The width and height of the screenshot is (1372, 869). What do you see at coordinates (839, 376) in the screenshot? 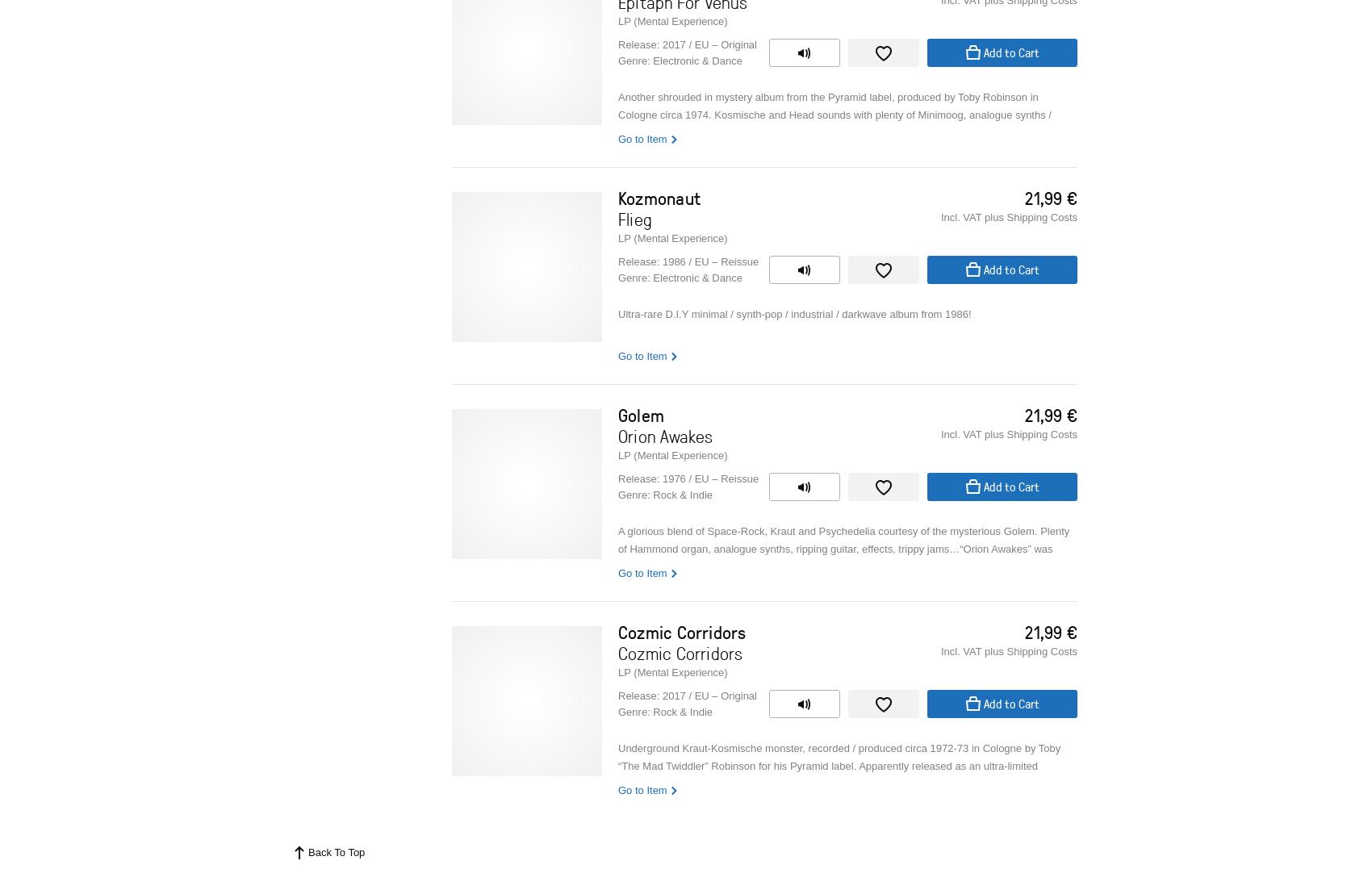
I see `'Kozmonaut was the personal project of a young & talented Canadian musician called Michael Gutierrez, who moved to San Francisco in the early 80s. Influenced by Kraftwerk and German culture / electronic music, Michael recorded the “Flieg” album all by himself at his garage studio, using the pseudonym of “Hans Schiller”.'` at bounding box center [839, 376].